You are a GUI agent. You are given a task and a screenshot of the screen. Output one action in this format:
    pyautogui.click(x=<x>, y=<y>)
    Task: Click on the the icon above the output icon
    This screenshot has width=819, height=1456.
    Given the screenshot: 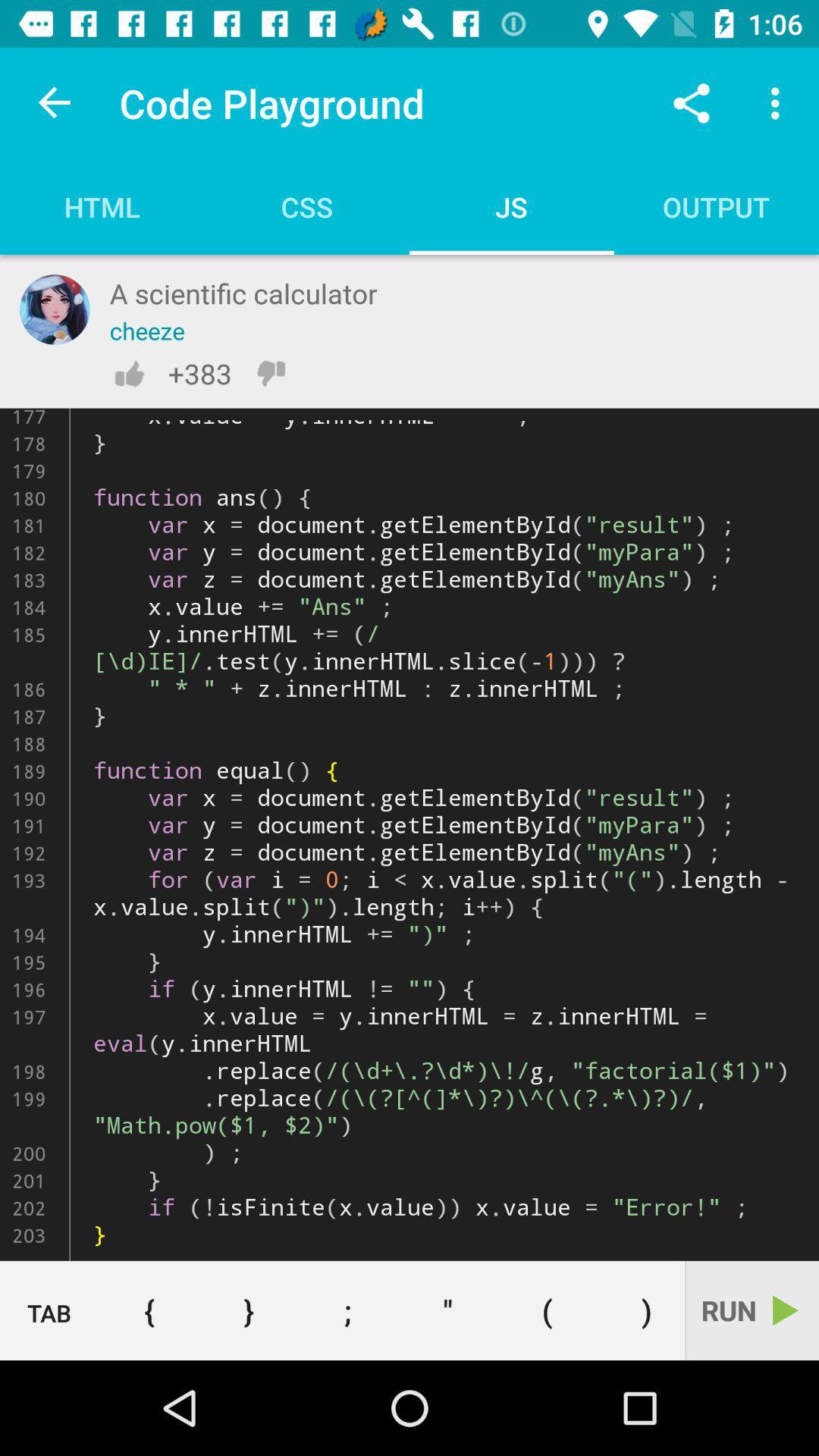 What is the action you would take?
    pyautogui.click(x=779, y=102)
    